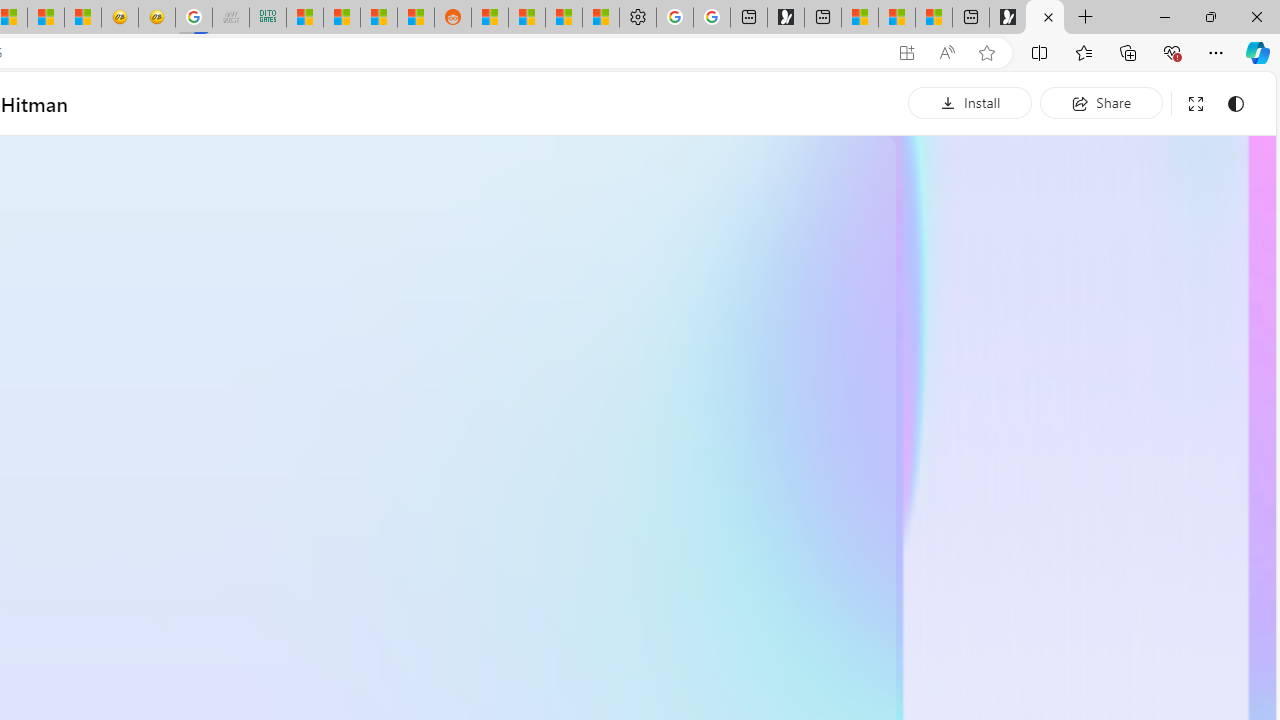  Describe the element at coordinates (415, 17) in the screenshot. I see `'MSN'` at that location.